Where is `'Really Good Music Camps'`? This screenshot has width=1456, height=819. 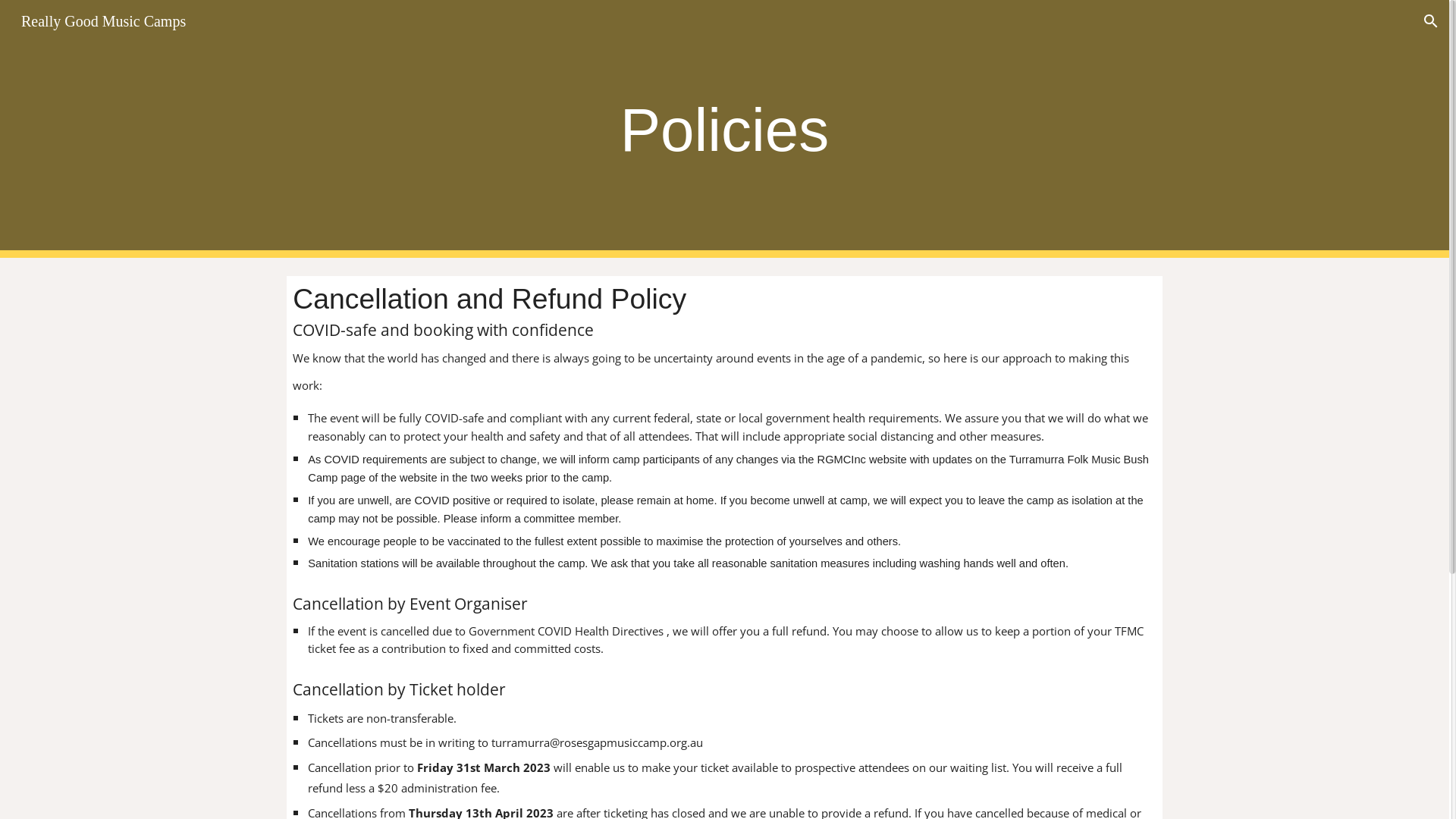
'Really Good Music Camps' is located at coordinates (102, 20).